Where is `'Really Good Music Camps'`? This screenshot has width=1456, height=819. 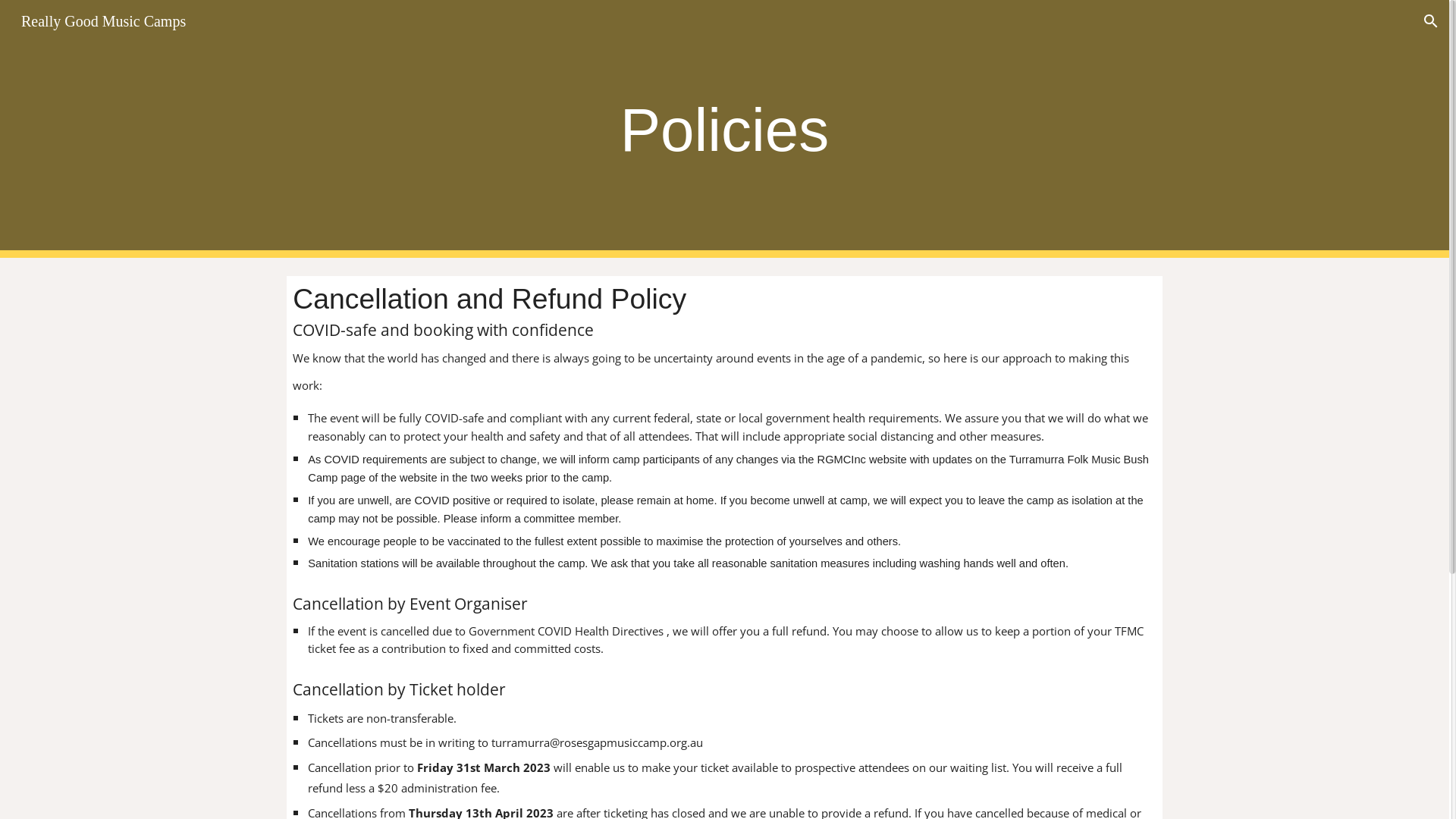
'Really Good Music Camps' is located at coordinates (102, 20).